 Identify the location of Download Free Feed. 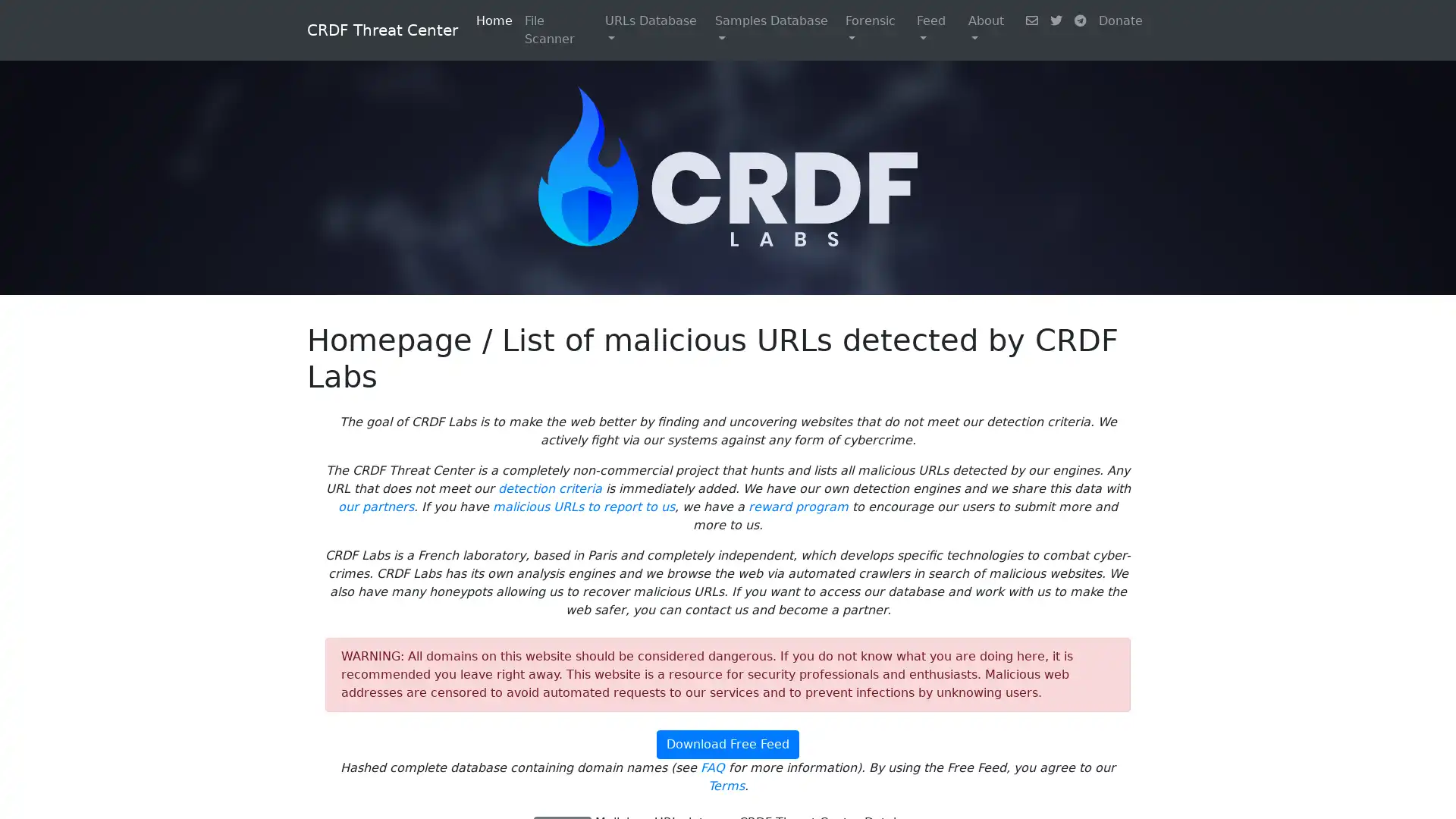
(728, 744).